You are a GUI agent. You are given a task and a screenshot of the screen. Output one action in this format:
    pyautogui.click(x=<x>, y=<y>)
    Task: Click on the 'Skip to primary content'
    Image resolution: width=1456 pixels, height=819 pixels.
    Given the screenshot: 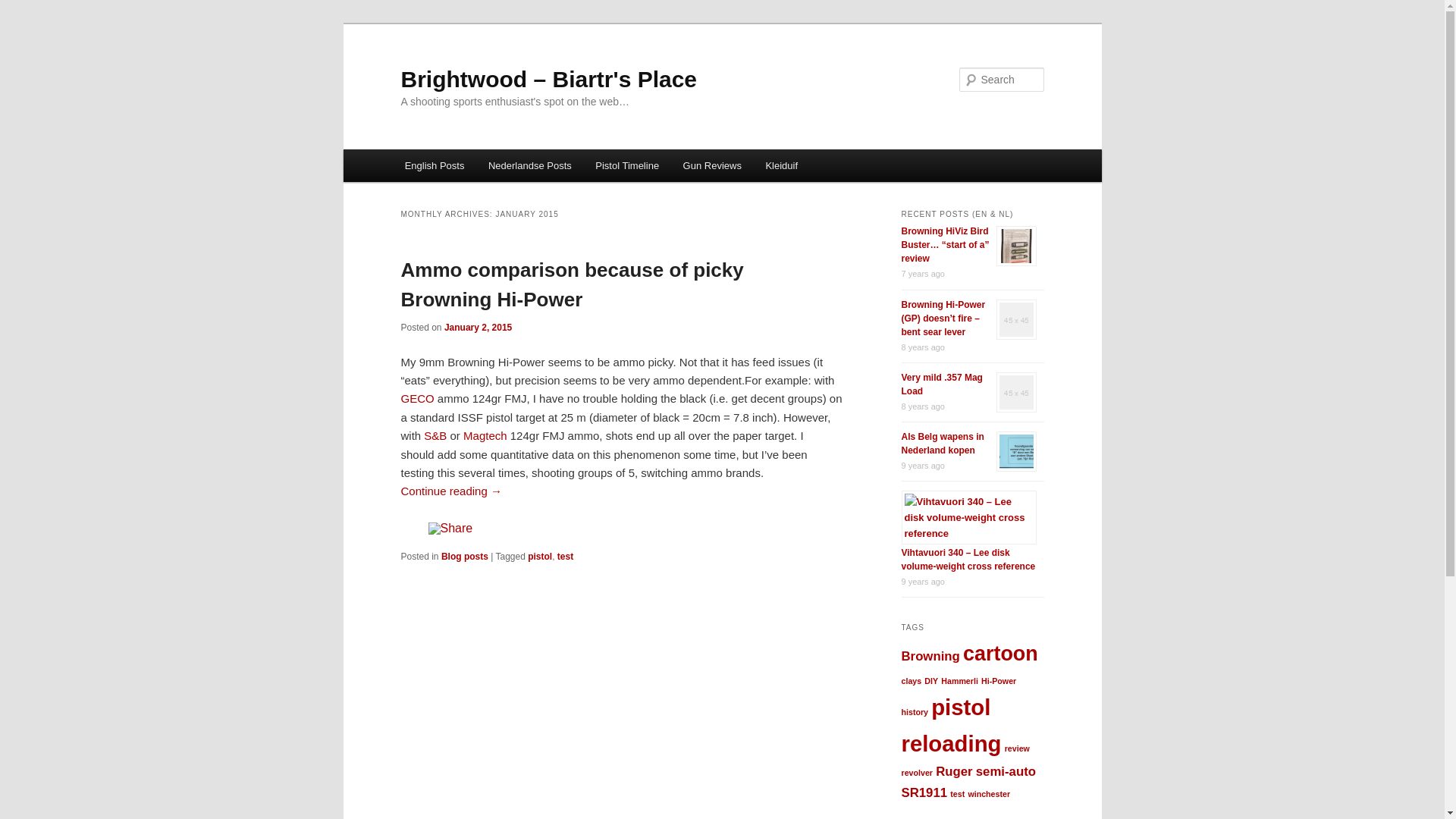 What is the action you would take?
    pyautogui.click(x=414, y=149)
    